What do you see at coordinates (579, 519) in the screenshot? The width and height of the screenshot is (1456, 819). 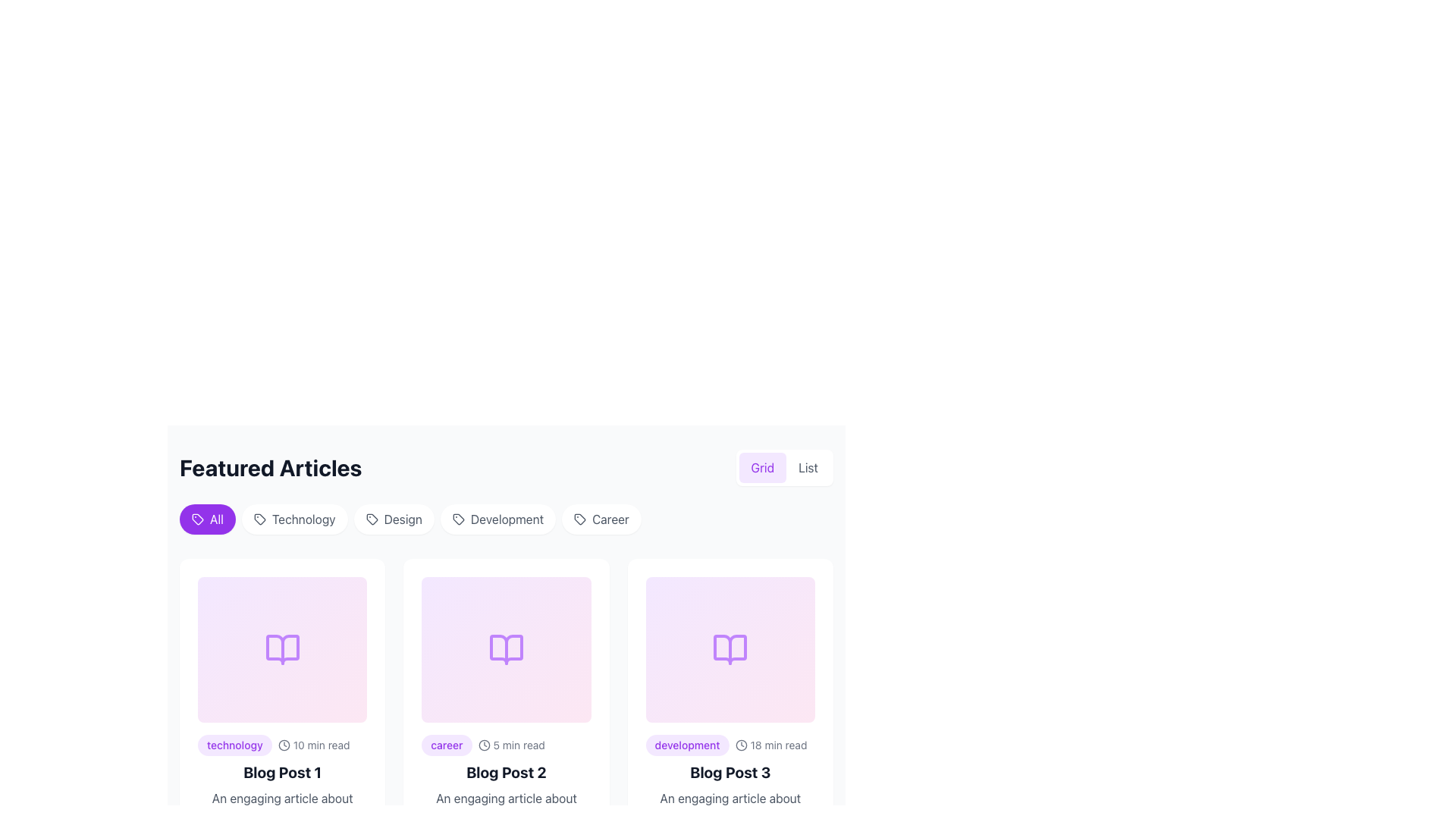 I see `the 'Career' category icon located in the 'Featured Articles' section, positioned to the left of the 'Career' text label` at bounding box center [579, 519].